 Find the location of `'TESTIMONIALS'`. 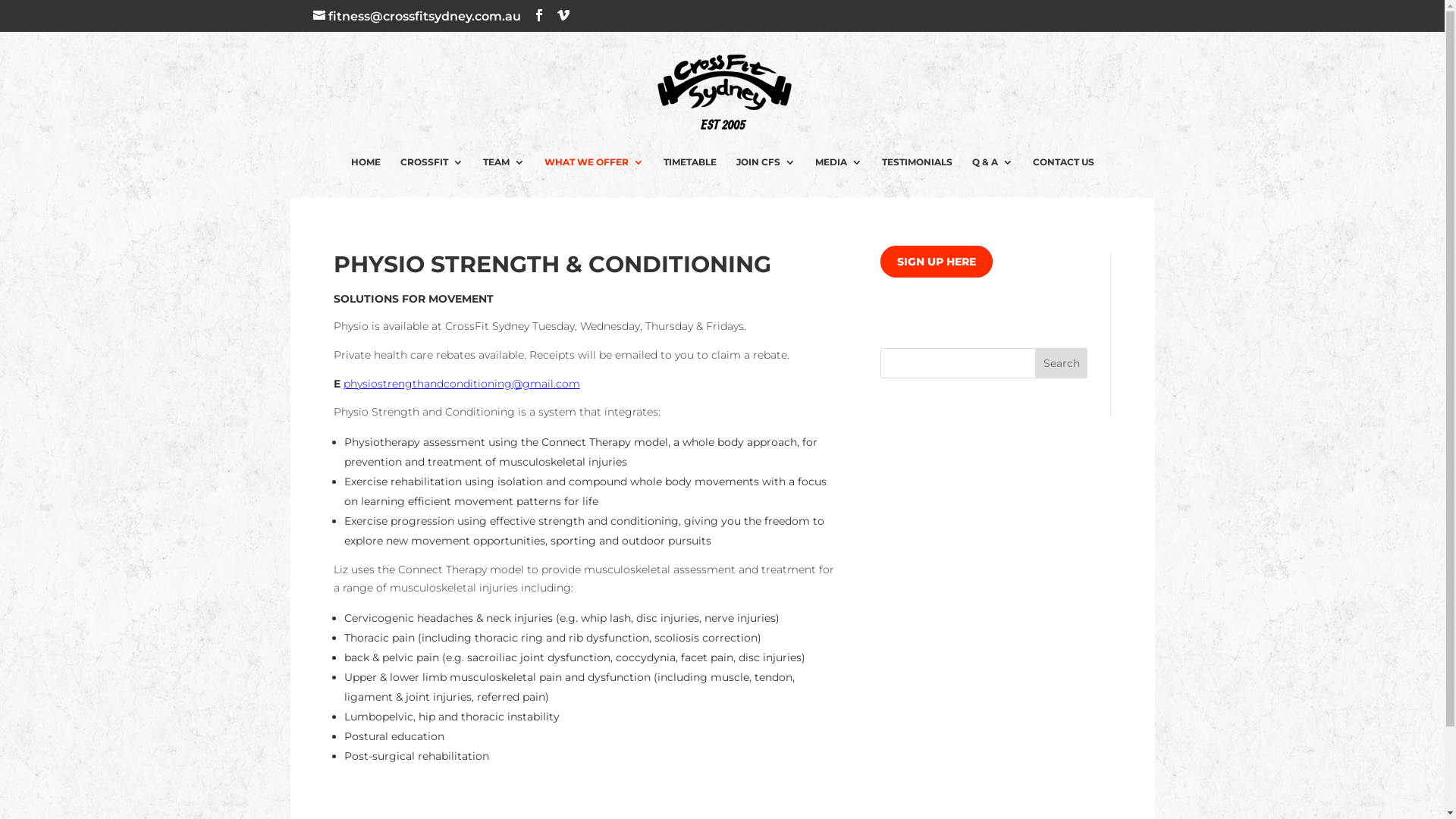

'TESTIMONIALS' is located at coordinates (915, 166).